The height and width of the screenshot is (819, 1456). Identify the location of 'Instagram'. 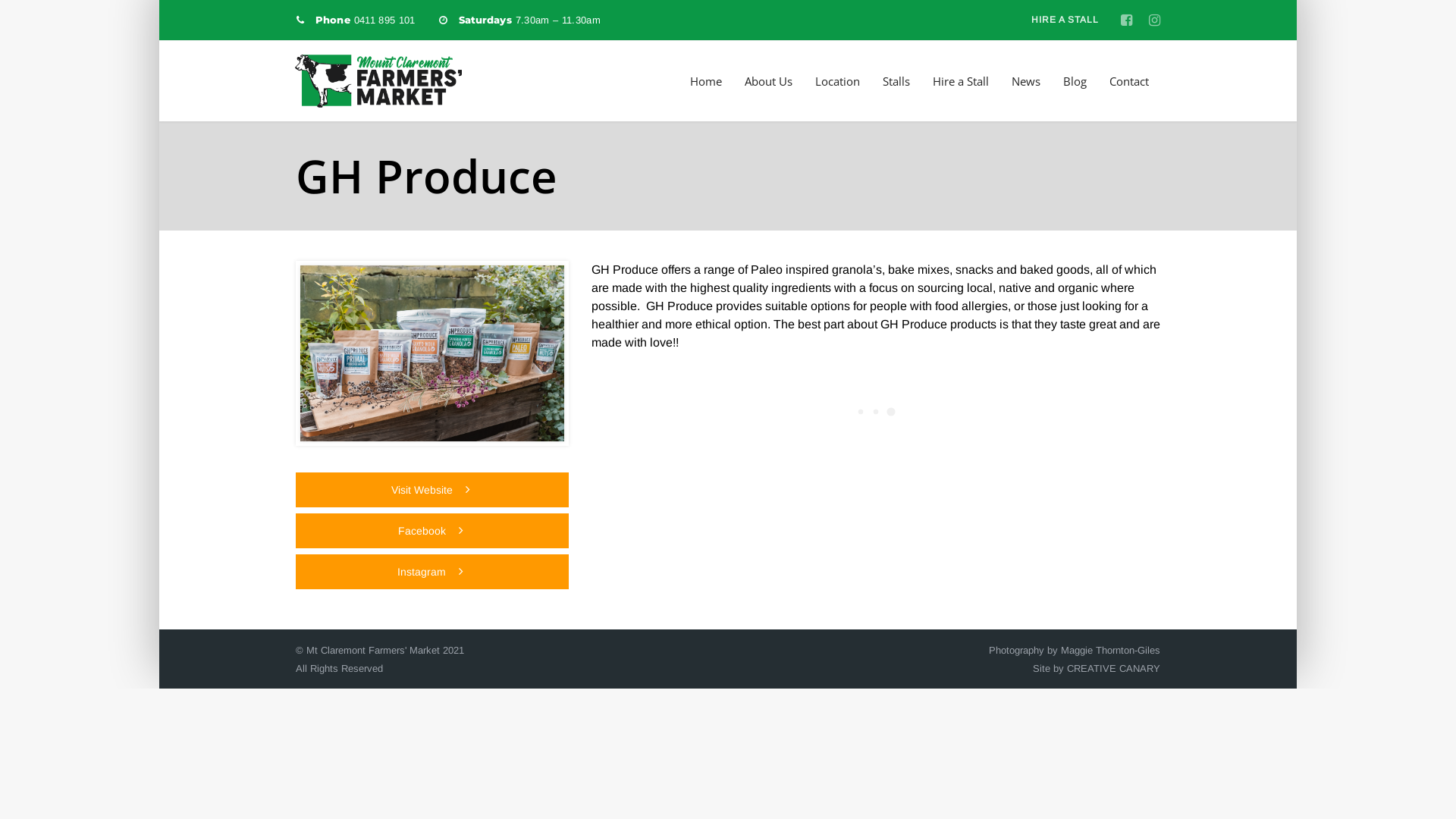
(431, 571).